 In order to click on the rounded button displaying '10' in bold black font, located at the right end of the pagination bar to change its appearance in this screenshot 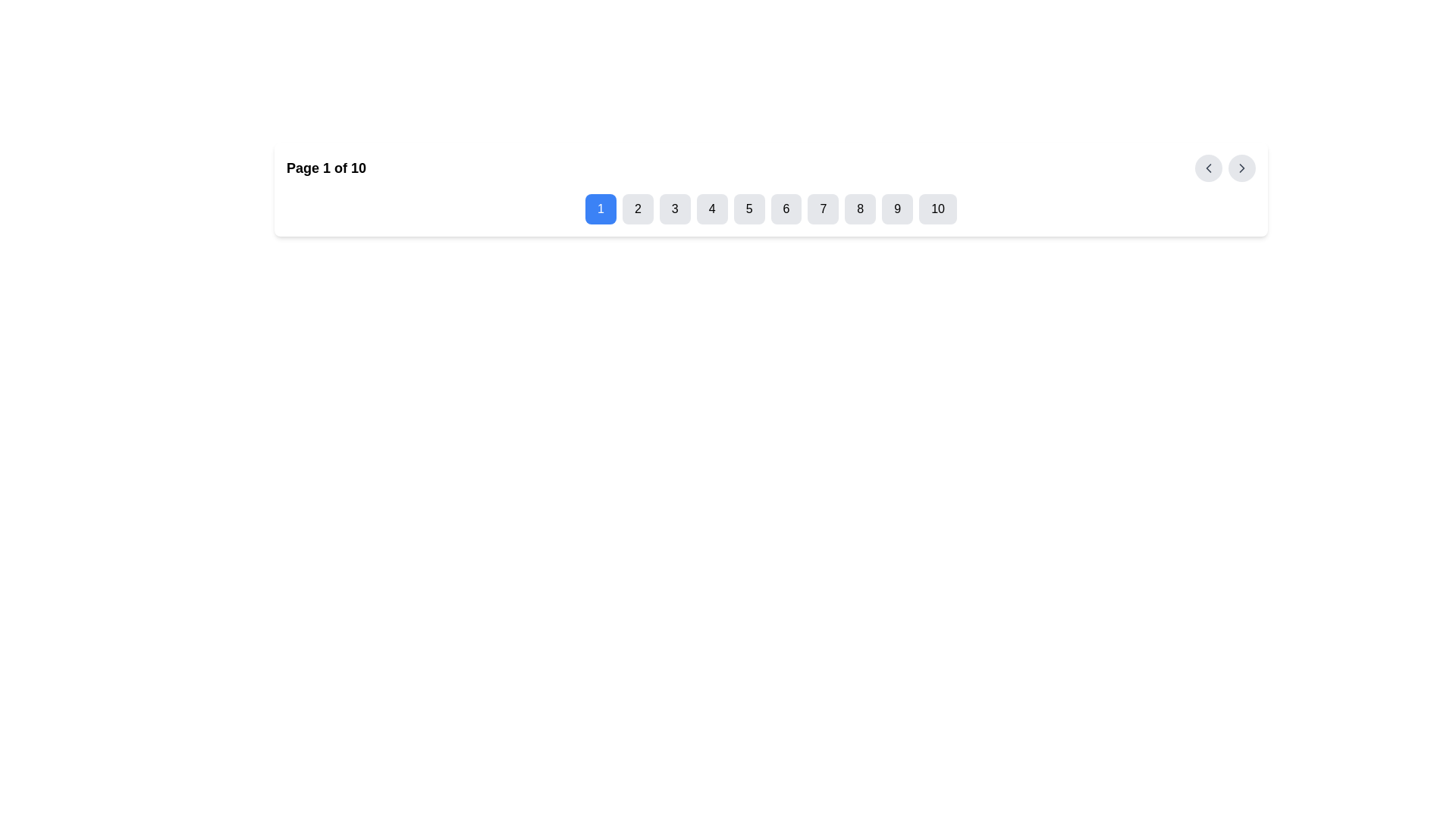, I will do `click(937, 209)`.